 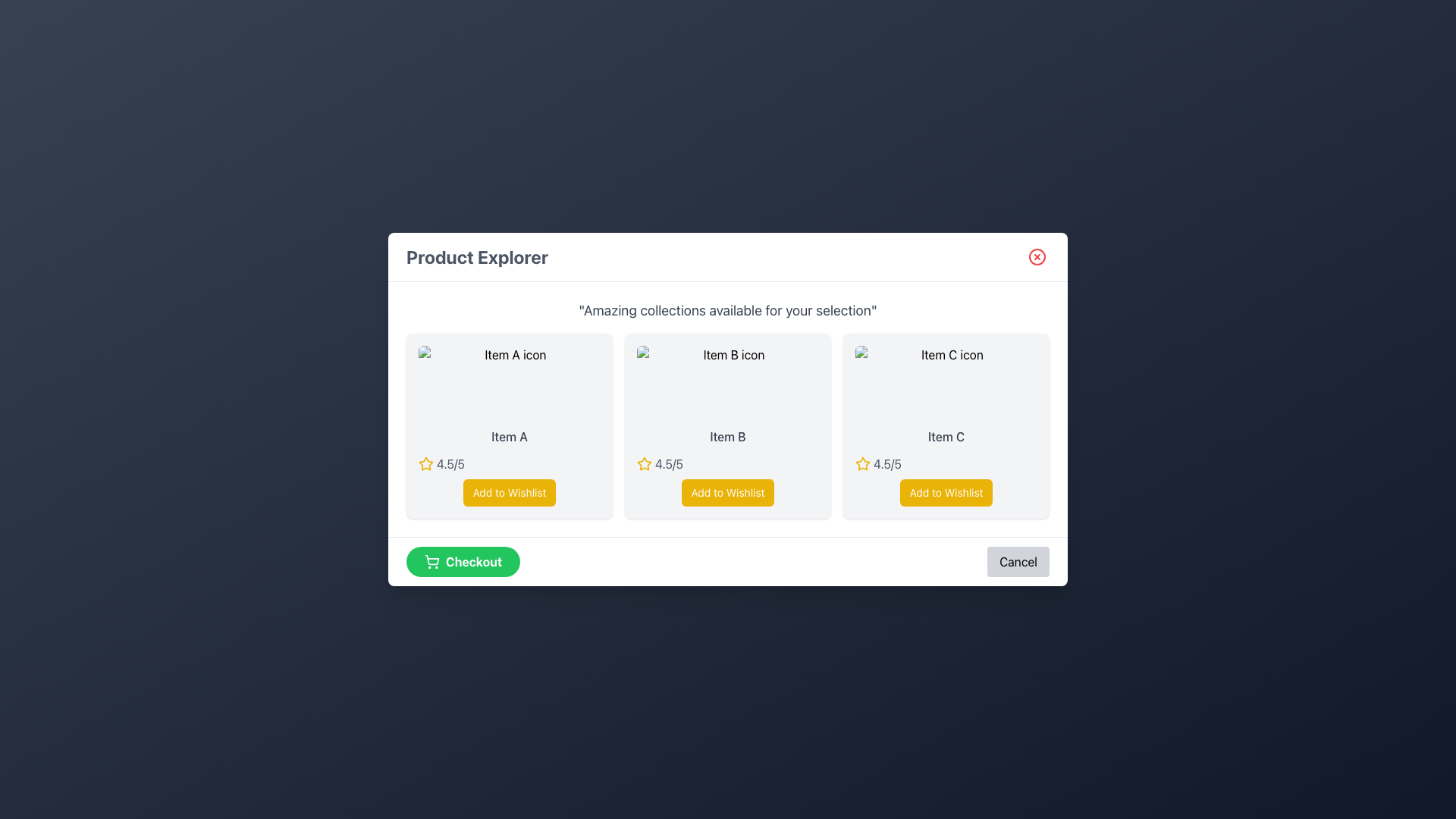 I want to click on the star icon with a yellow outline that indicates a rating system, located within the rating display near the '4.5/5' text, below the 'Item A' label in the product explorer grid, so click(x=425, y=463).